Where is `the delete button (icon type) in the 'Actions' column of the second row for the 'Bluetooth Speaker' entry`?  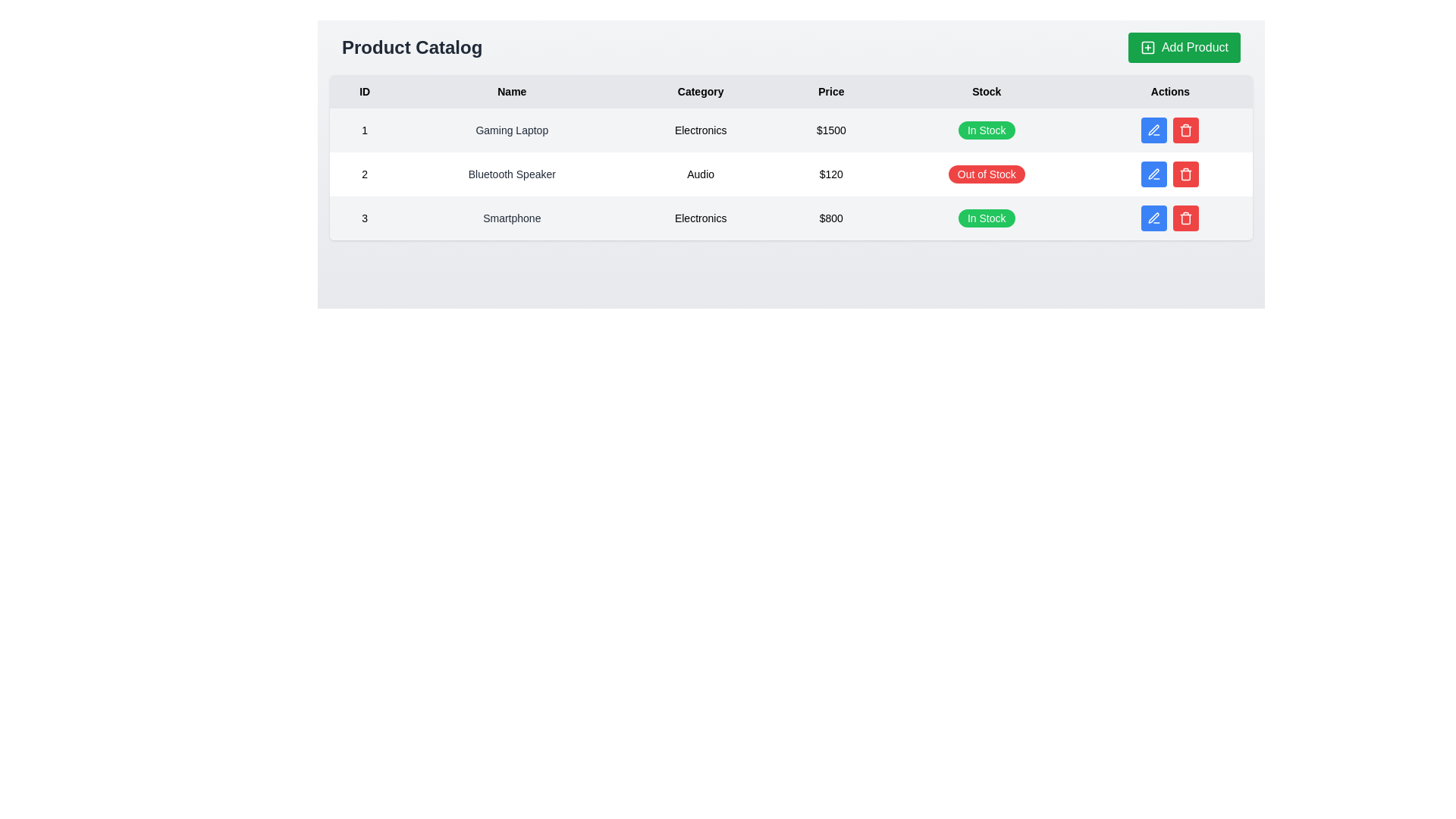
the delete button (icon type) in the 'Actions' column of the second row for the 'Bluetooth Speaker' entry is located at coordinates (1185, 174).